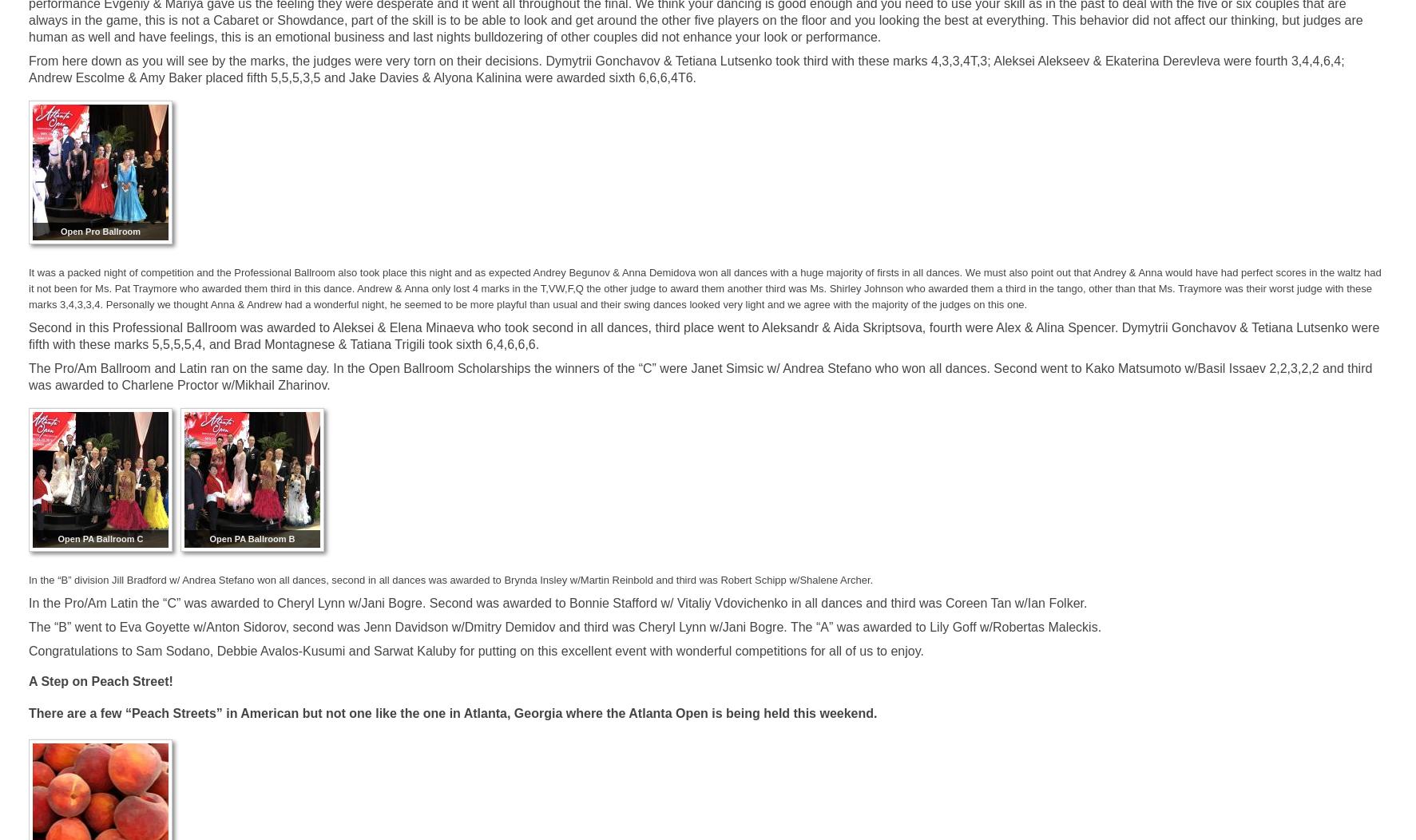  Describe the element at coordinates (27, 602) in the screenshot. I see `'In the Pro/Am Latin the “C” was awarded to Cheryl Lynn w/Jani Bogre. Second was awarded to Bonnie Stafford w/ Vitaliy Vdovichenko in all dances and third was Coreen Tan w/Ian Folker.'` at that location.